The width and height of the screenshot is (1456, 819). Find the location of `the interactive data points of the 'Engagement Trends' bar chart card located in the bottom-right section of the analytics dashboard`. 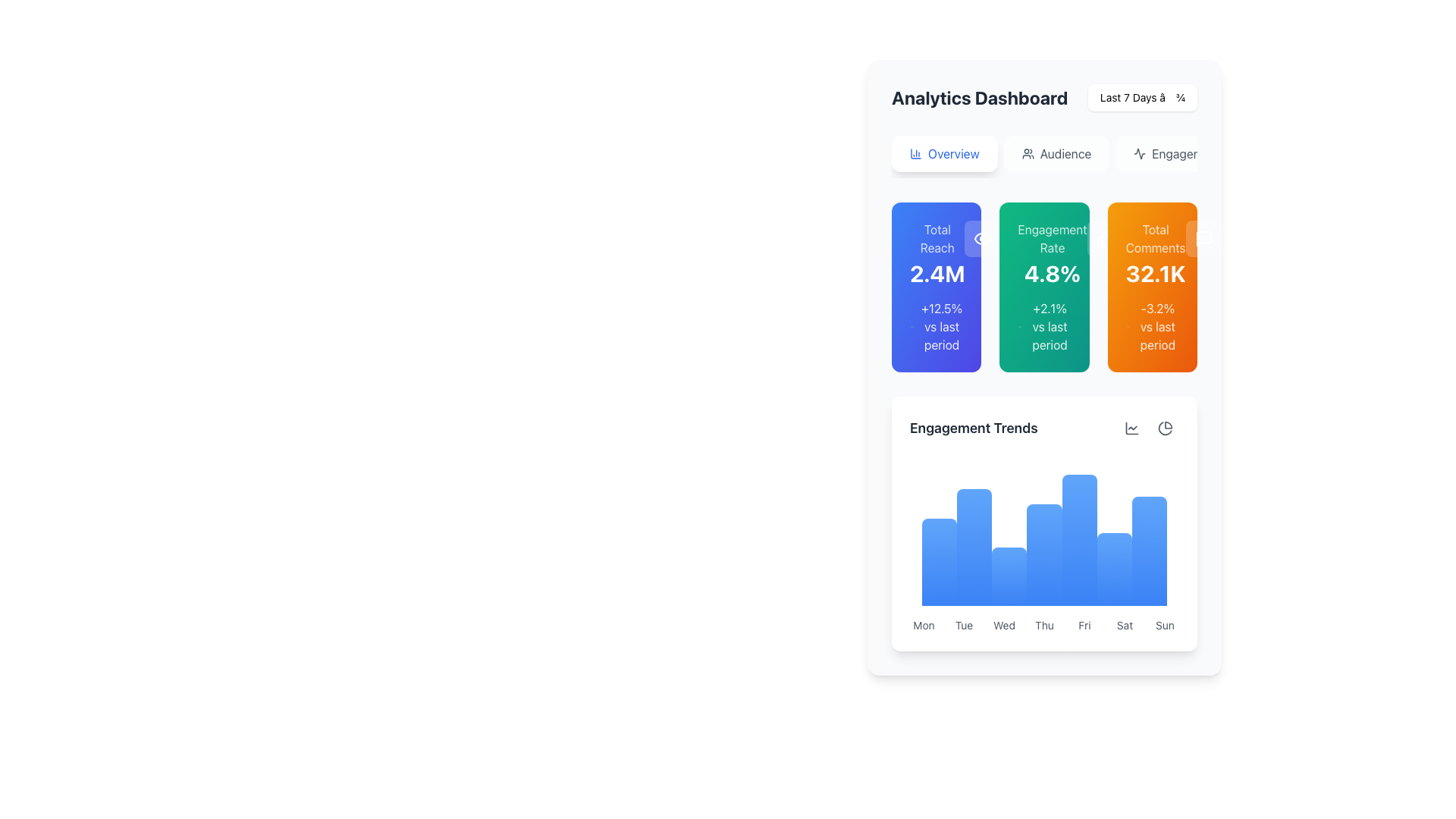

the interactive data points of the 'Engagement Trends' bar chart card located in the bottom-right section of the analytics dashboard is located at coordinates (1043, 522).